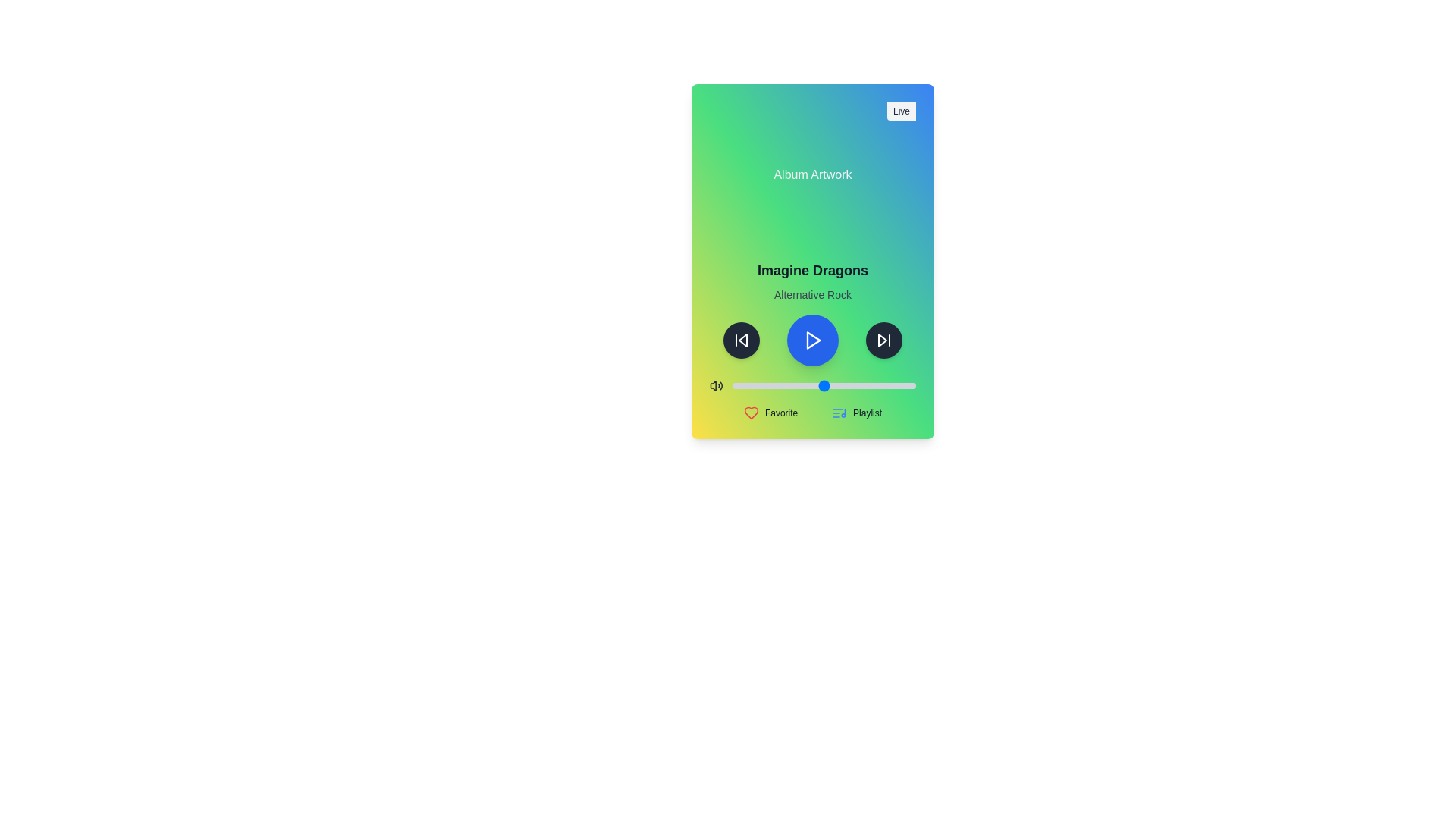  I want to click on the leftward-pointing polygonal arrow icon button to skip backward in the media controls, so click(742, 339).